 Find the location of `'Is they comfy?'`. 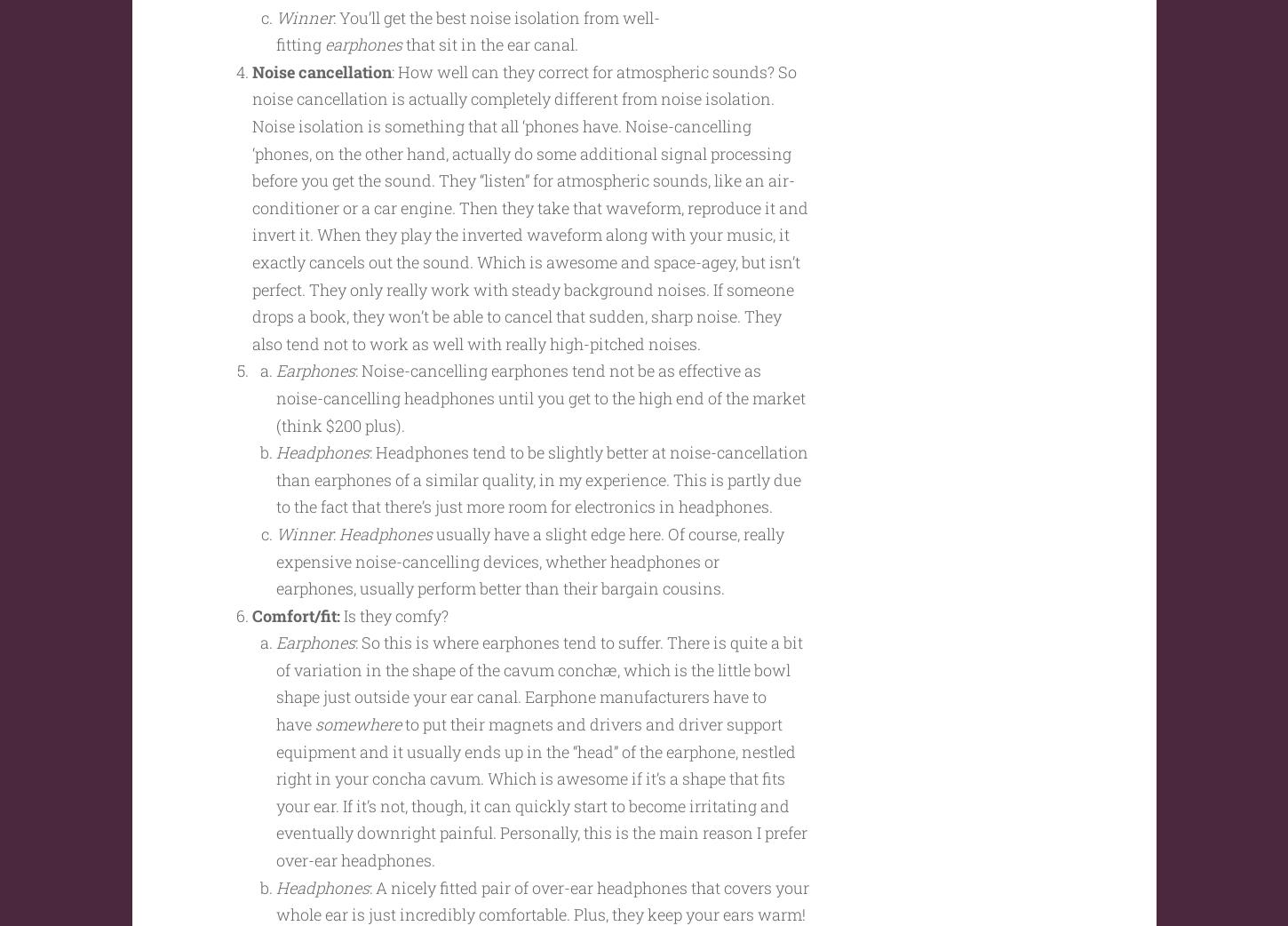

'Is they comfy?' is located at coordinates (394, 648).